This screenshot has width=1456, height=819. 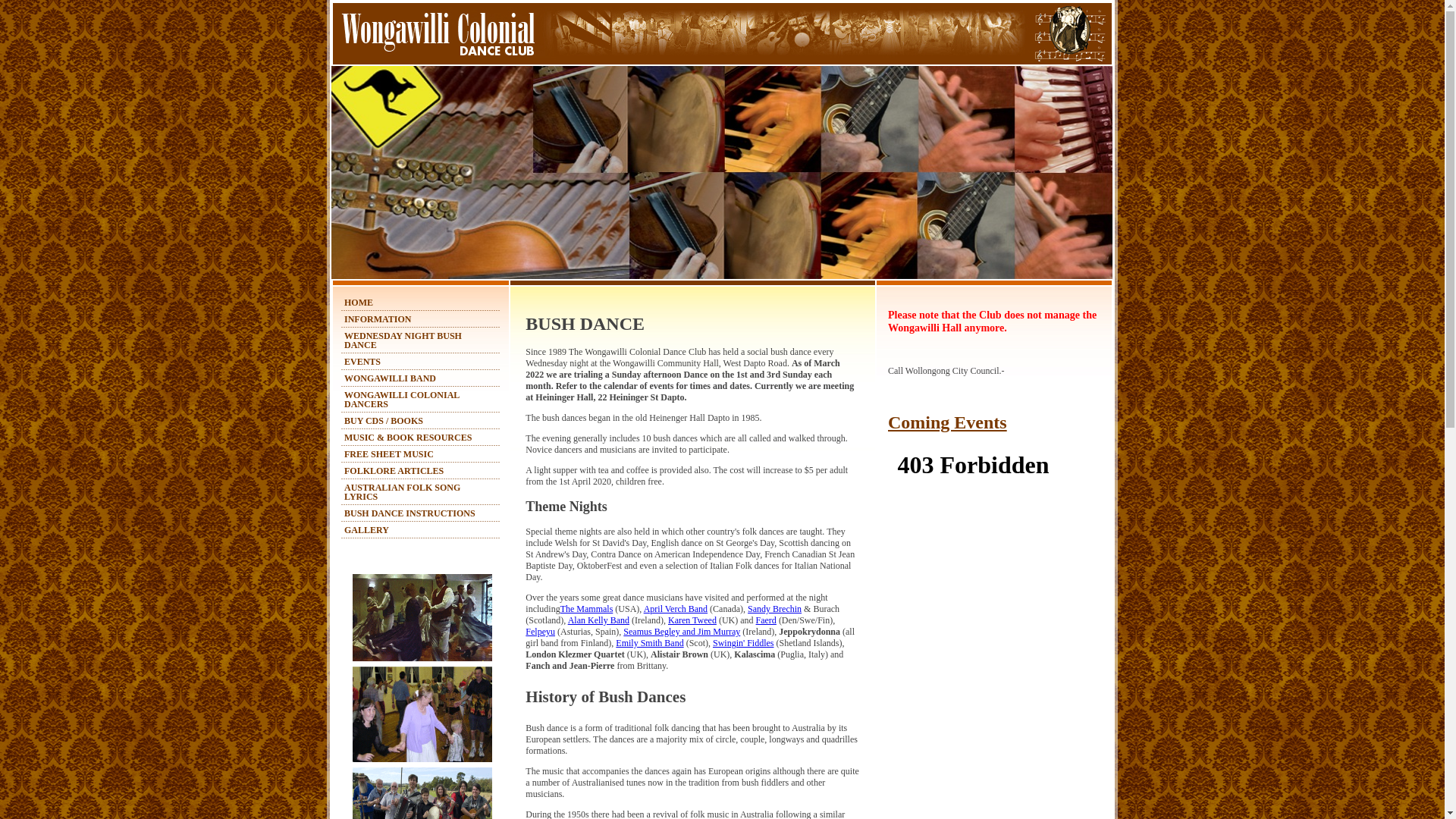 What do you see at coordinates (675, 607) in the screenshot?
I see `'April Verch Band'` at bounding box center [675, 607].